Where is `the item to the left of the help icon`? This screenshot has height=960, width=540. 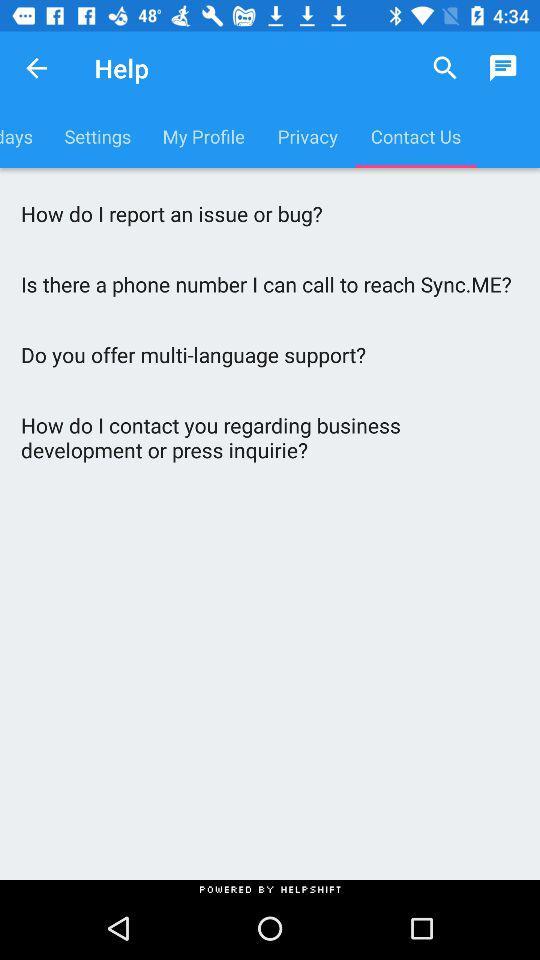
the item to the left of the help icon is located at coordinates (36, 68).